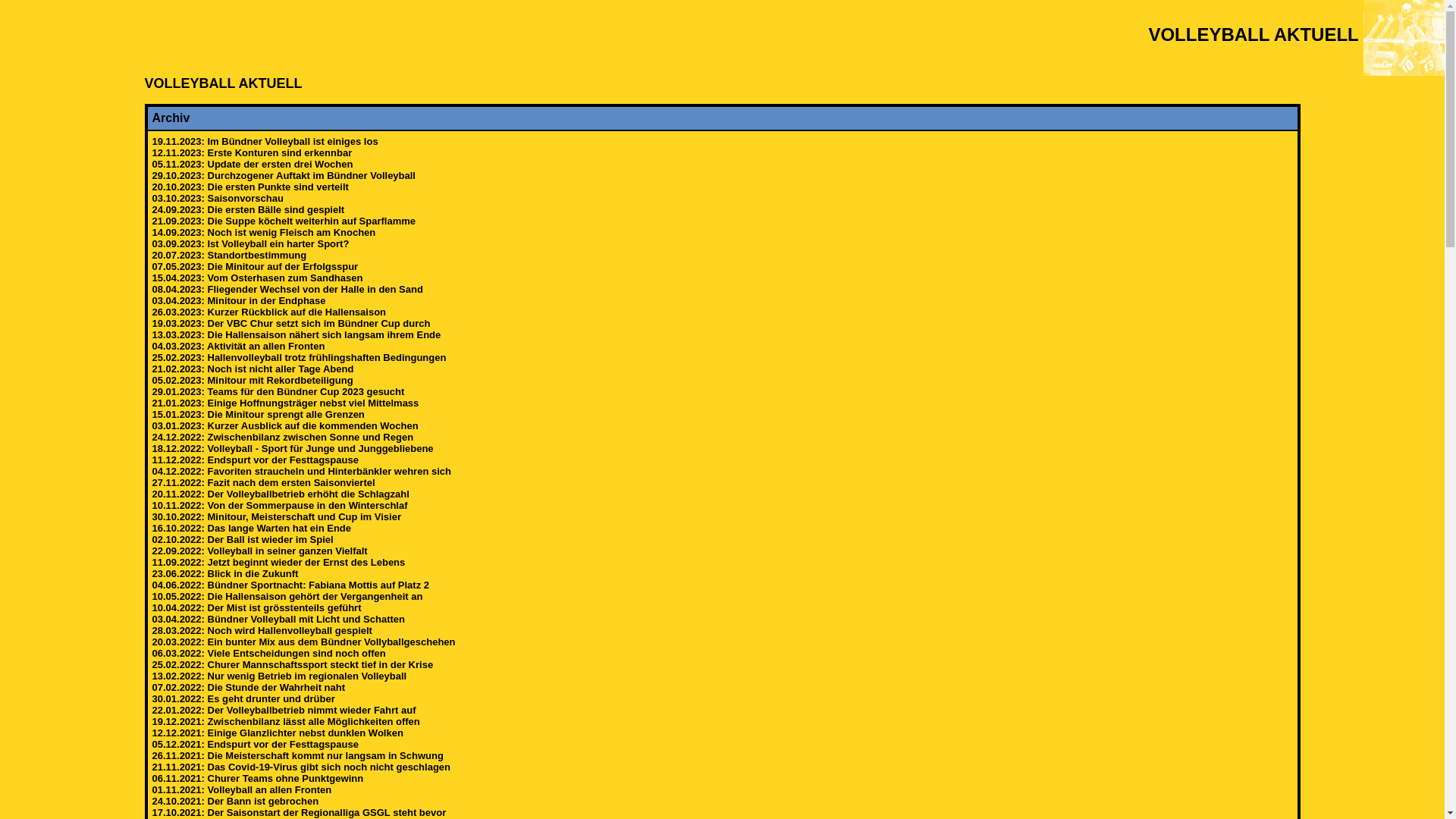 The width and height of the screenshot is (1456, 819). I want to click on '05.11.2023: Update der ersten drei Wochen', so click(252, 164).